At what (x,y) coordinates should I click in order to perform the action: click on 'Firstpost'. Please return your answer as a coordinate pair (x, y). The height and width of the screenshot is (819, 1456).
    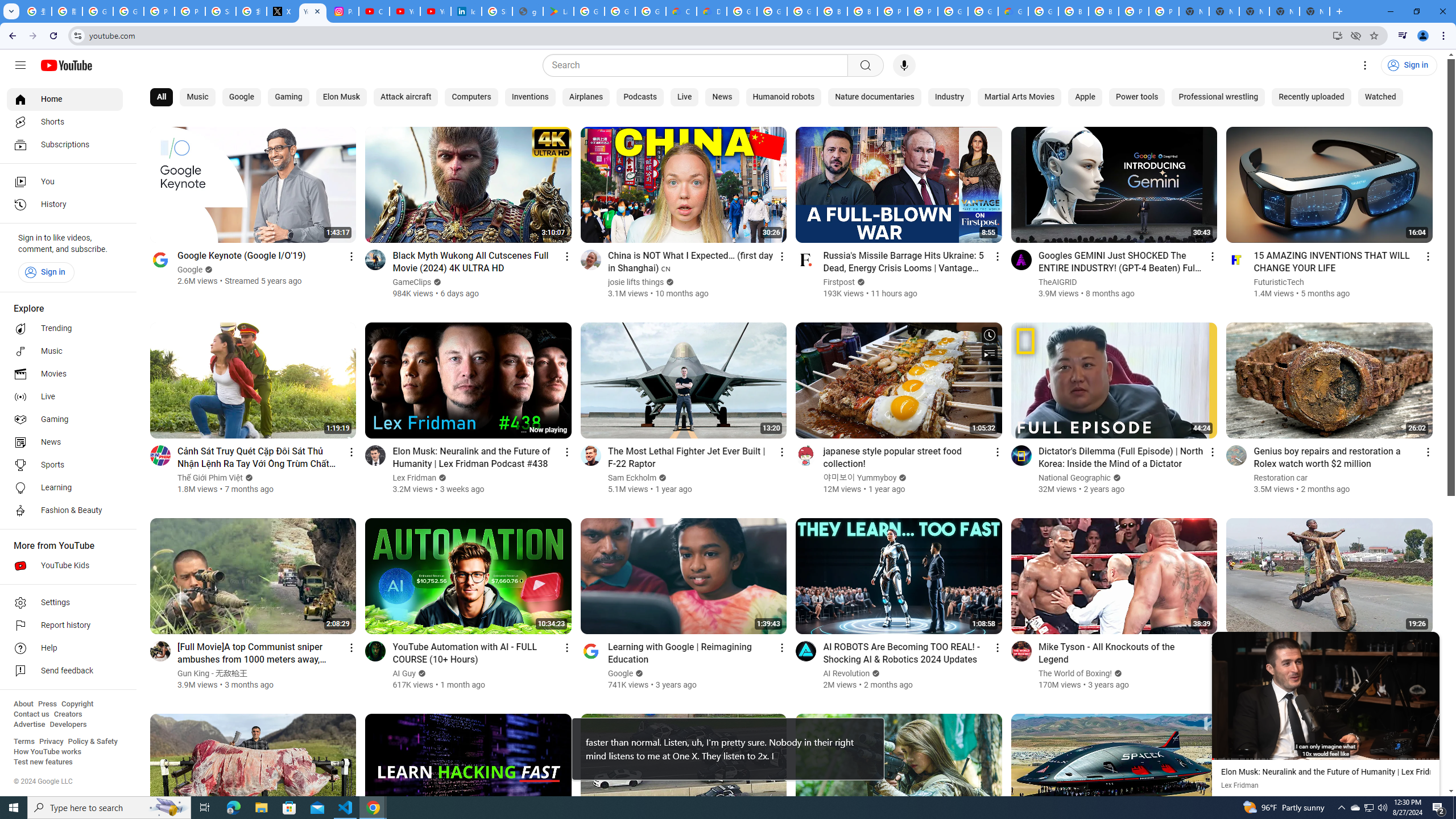
    Looking at the image, I should click on (839, 282).